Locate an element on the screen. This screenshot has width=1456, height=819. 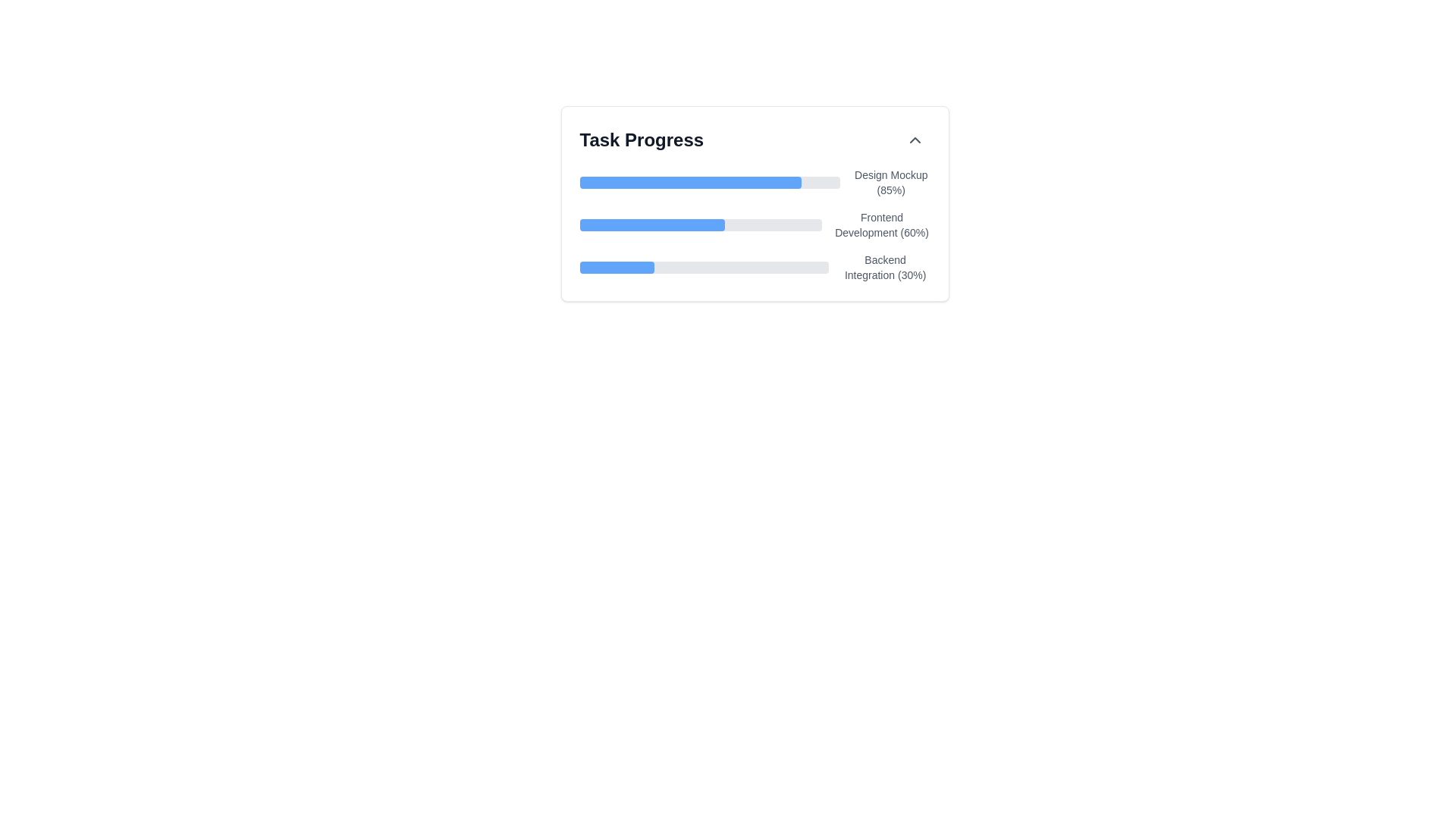
the text block reading 'Design Mockup (85%)', which is styled in a smaller font size and medium weight, colored in gray, located on the right side of the progress bar for 'Design Mockup', aligned vertically with the bar, at the top of the task progress display panel is located at coordinates (891, 181).